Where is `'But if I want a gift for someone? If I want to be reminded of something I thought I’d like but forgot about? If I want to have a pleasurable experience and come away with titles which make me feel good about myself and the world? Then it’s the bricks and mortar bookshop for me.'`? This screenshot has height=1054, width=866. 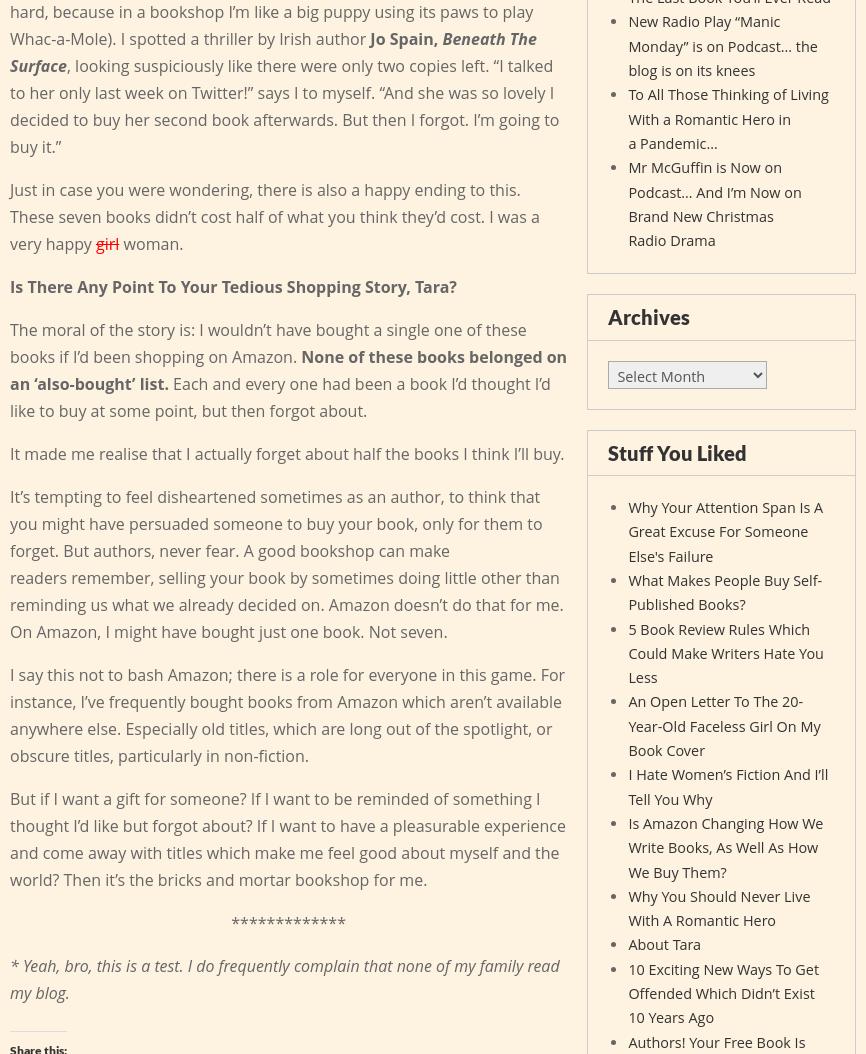 'But if I want a gift for someone? If I want to be reminded of something I thought I’d like but forgot about? If I want to have a pleasurable experience and come away with titles which make me feel good about myself and the world? Then it’s the bricks and mortar bookshop for me.' is located at coordinates (286, 838).